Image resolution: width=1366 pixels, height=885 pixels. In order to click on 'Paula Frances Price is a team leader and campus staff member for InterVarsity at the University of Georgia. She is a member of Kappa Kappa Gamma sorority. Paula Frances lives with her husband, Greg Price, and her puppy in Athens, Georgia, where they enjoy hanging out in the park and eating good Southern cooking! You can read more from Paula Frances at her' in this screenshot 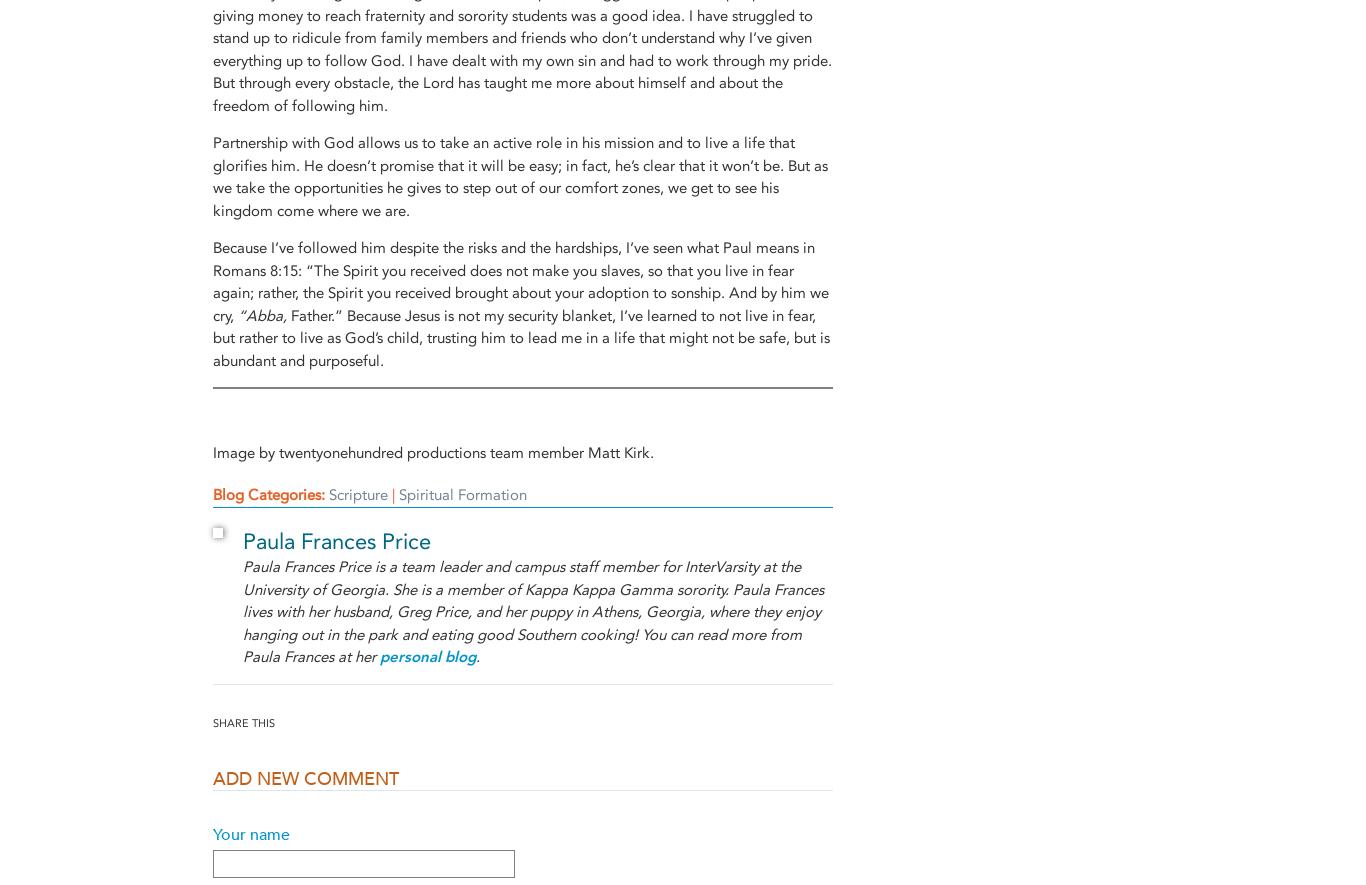, I will do `click(533, 610)`.